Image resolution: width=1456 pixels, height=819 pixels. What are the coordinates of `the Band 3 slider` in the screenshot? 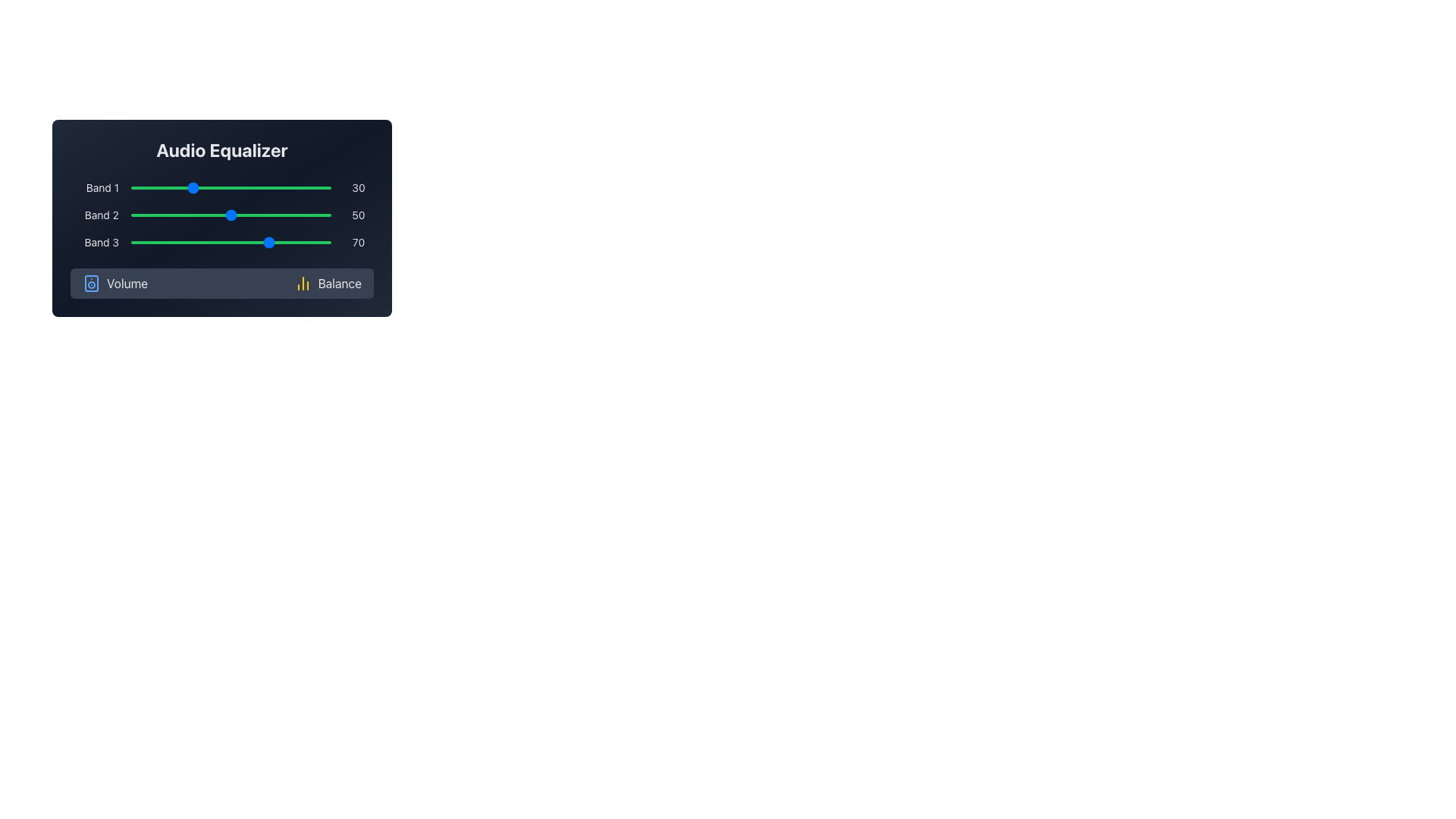 It's located at (159, 242).